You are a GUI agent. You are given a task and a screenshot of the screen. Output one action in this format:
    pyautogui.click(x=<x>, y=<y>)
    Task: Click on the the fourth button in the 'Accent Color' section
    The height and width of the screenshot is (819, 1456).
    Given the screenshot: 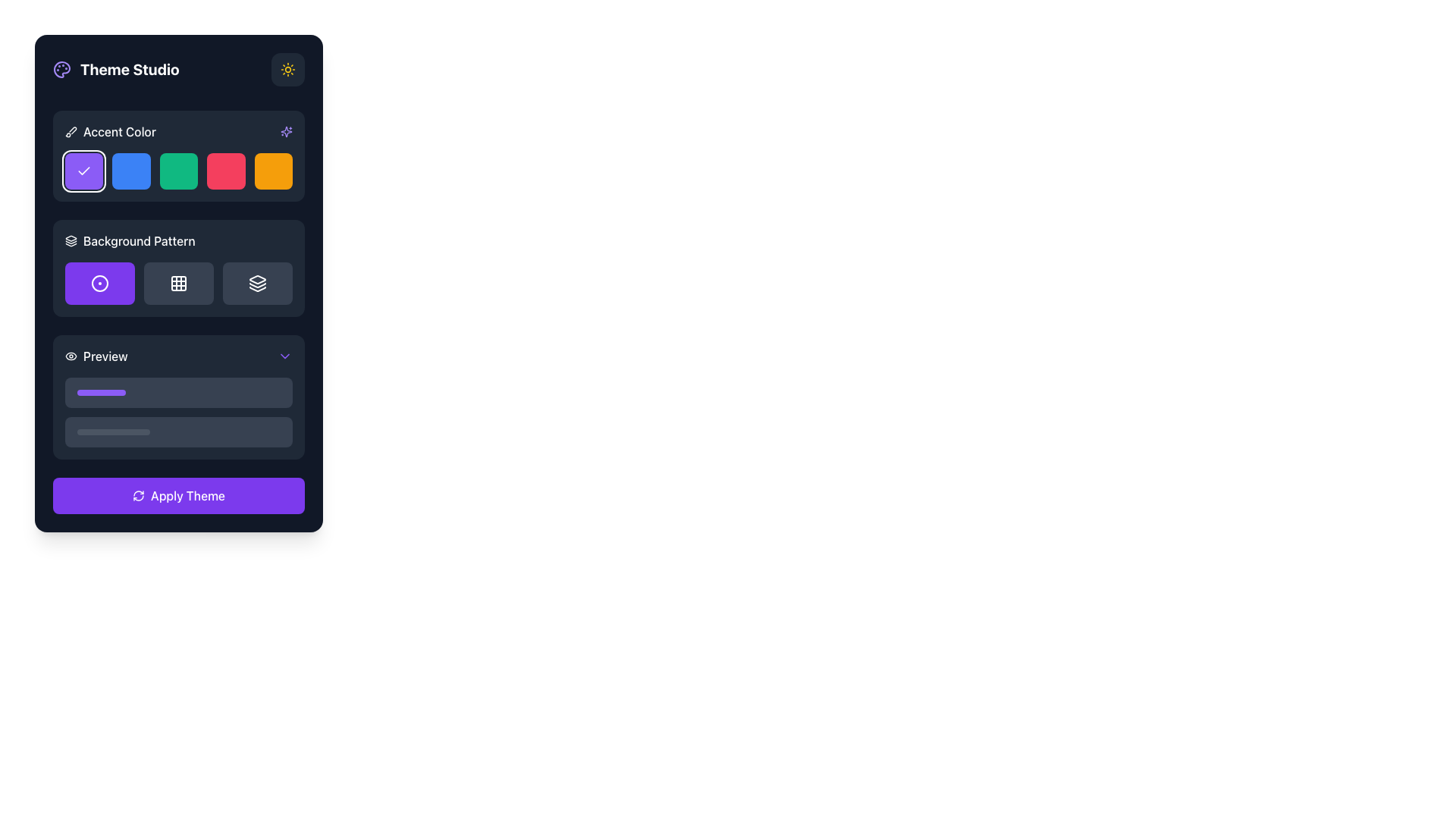 What is the action you would take?
    pyautogui.click(x=225, y=171)
    